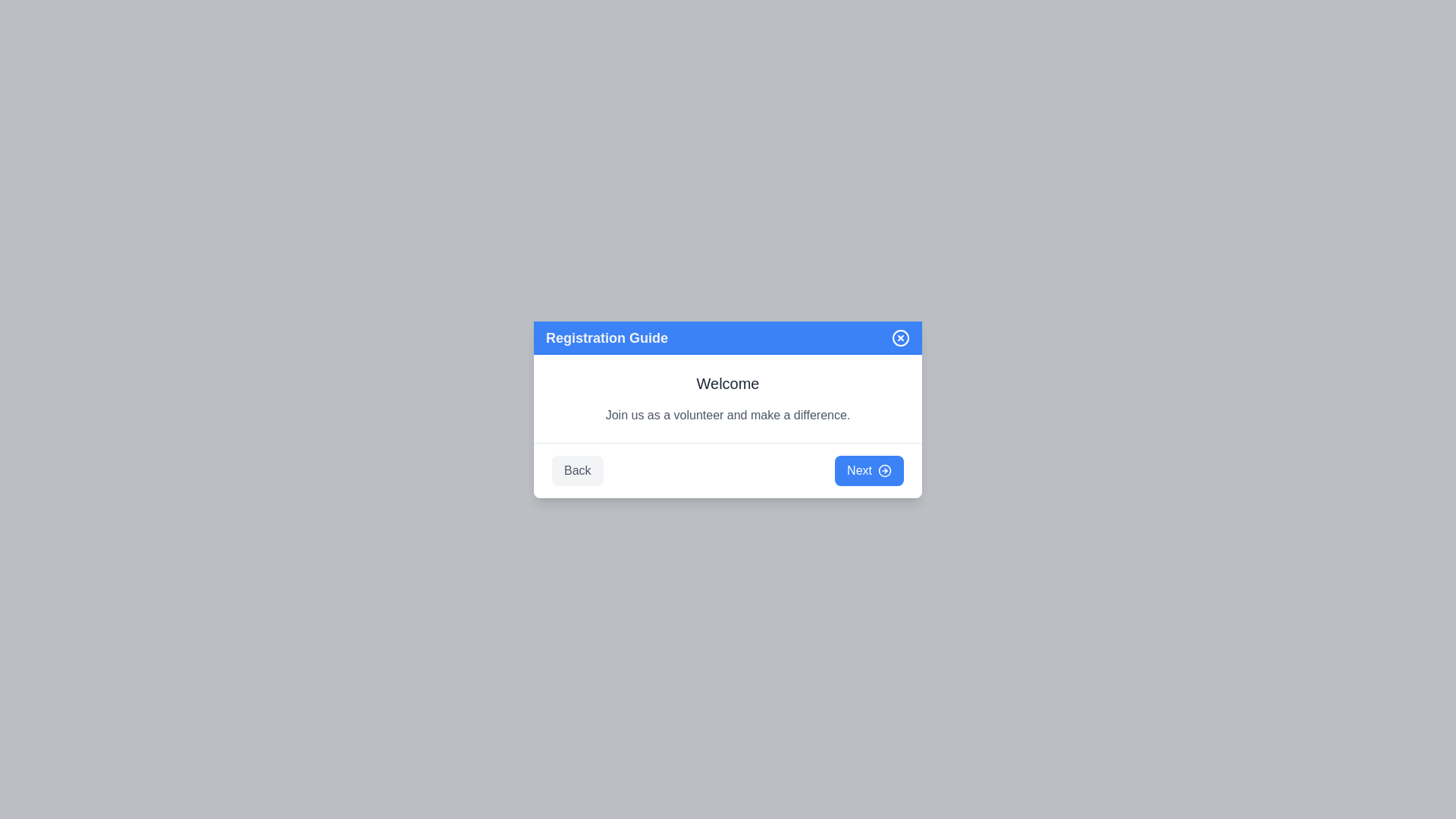  What do you see at coordinates (884, 470) in the screenshot?
I see `the decorative or directional icon positioned to the right of the 'Next' button in the bottom-right section of the dialog box to interact with it` at bounding box center [884, 470].